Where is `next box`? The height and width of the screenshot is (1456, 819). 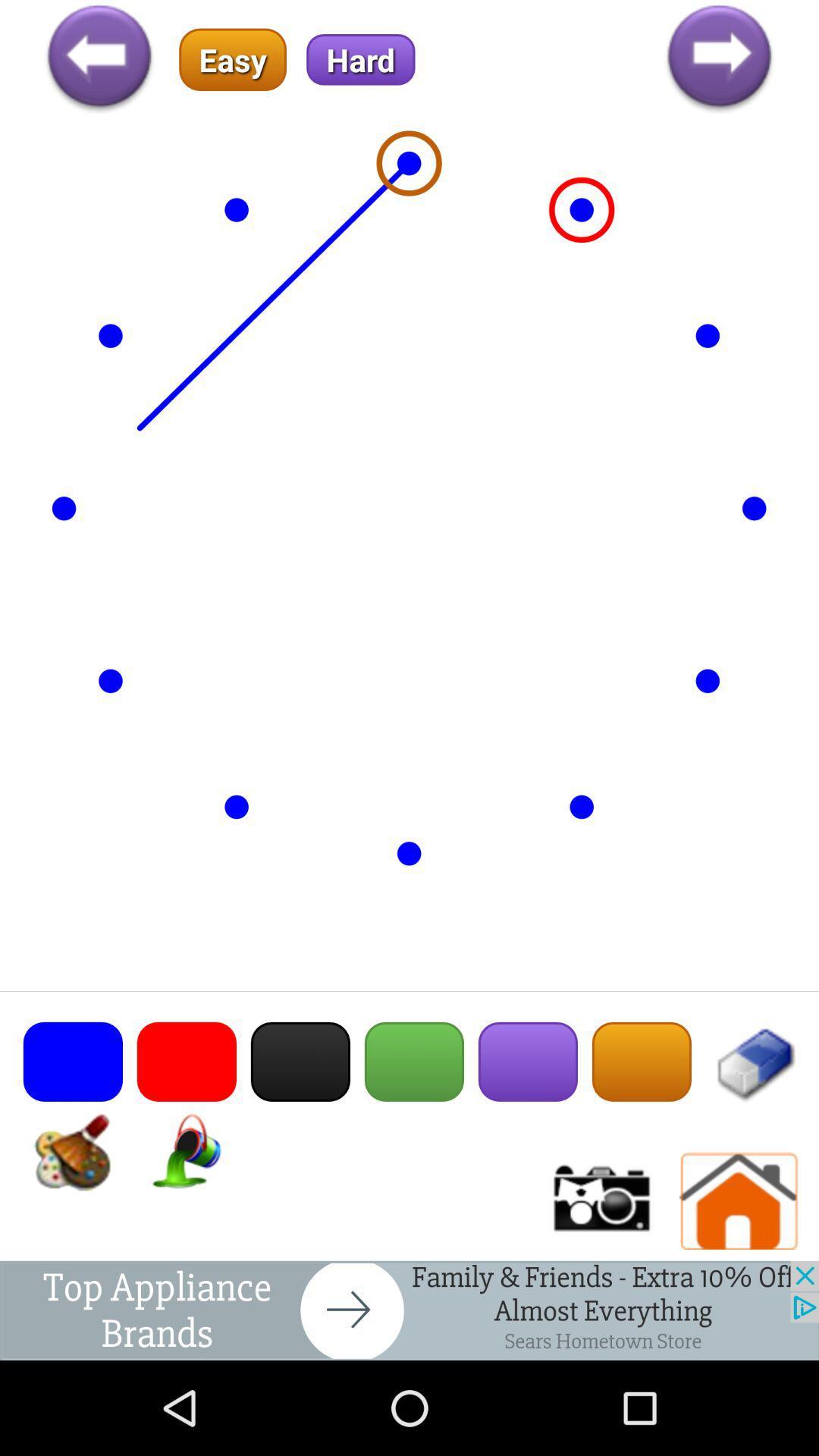
next box is located at coordinates (409, 1310).